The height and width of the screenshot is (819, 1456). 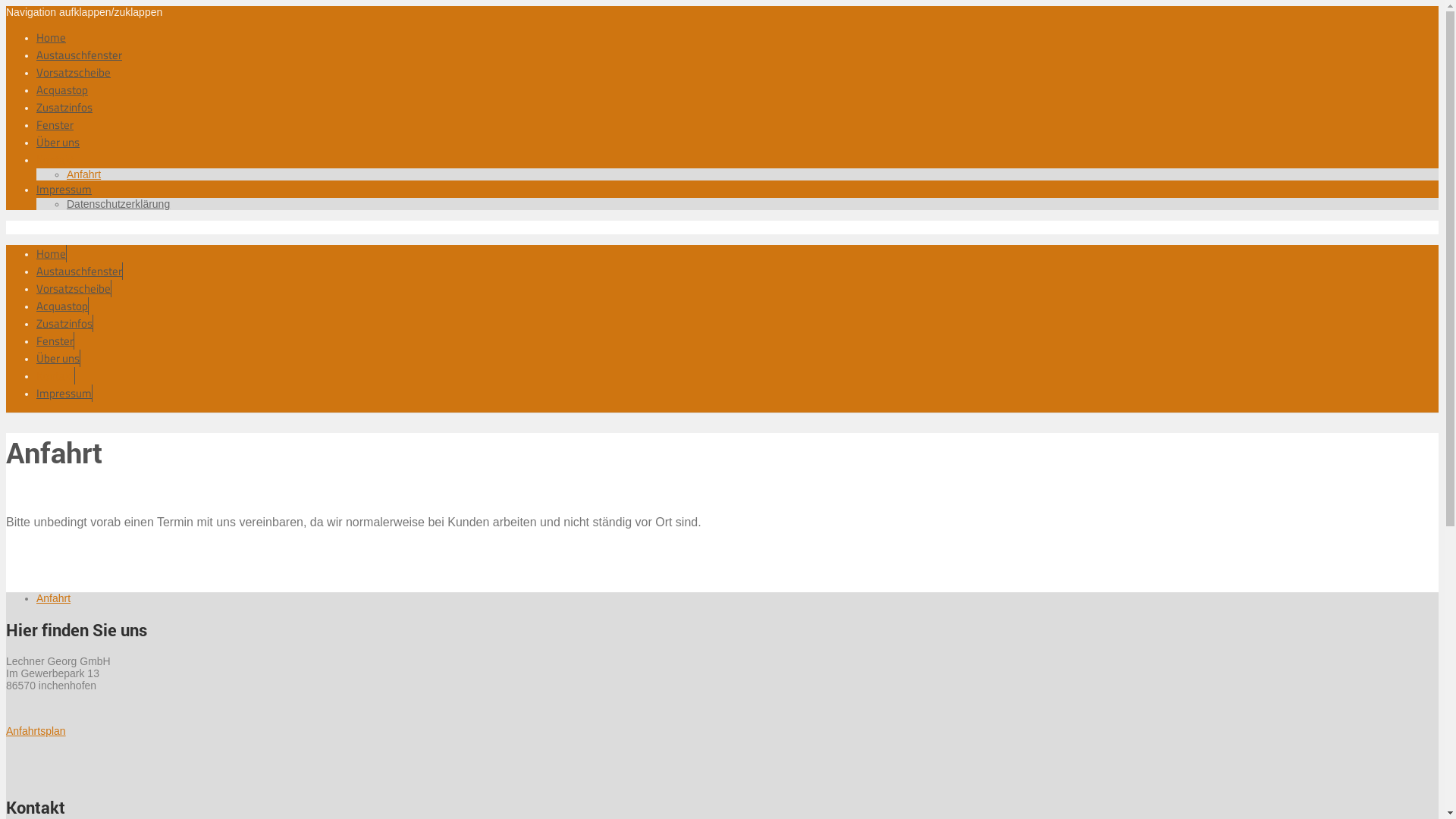 What do you see at coordinates (36, 392) in the screenshot?
I see `'Impressum'` at bounding box center [36, 392].